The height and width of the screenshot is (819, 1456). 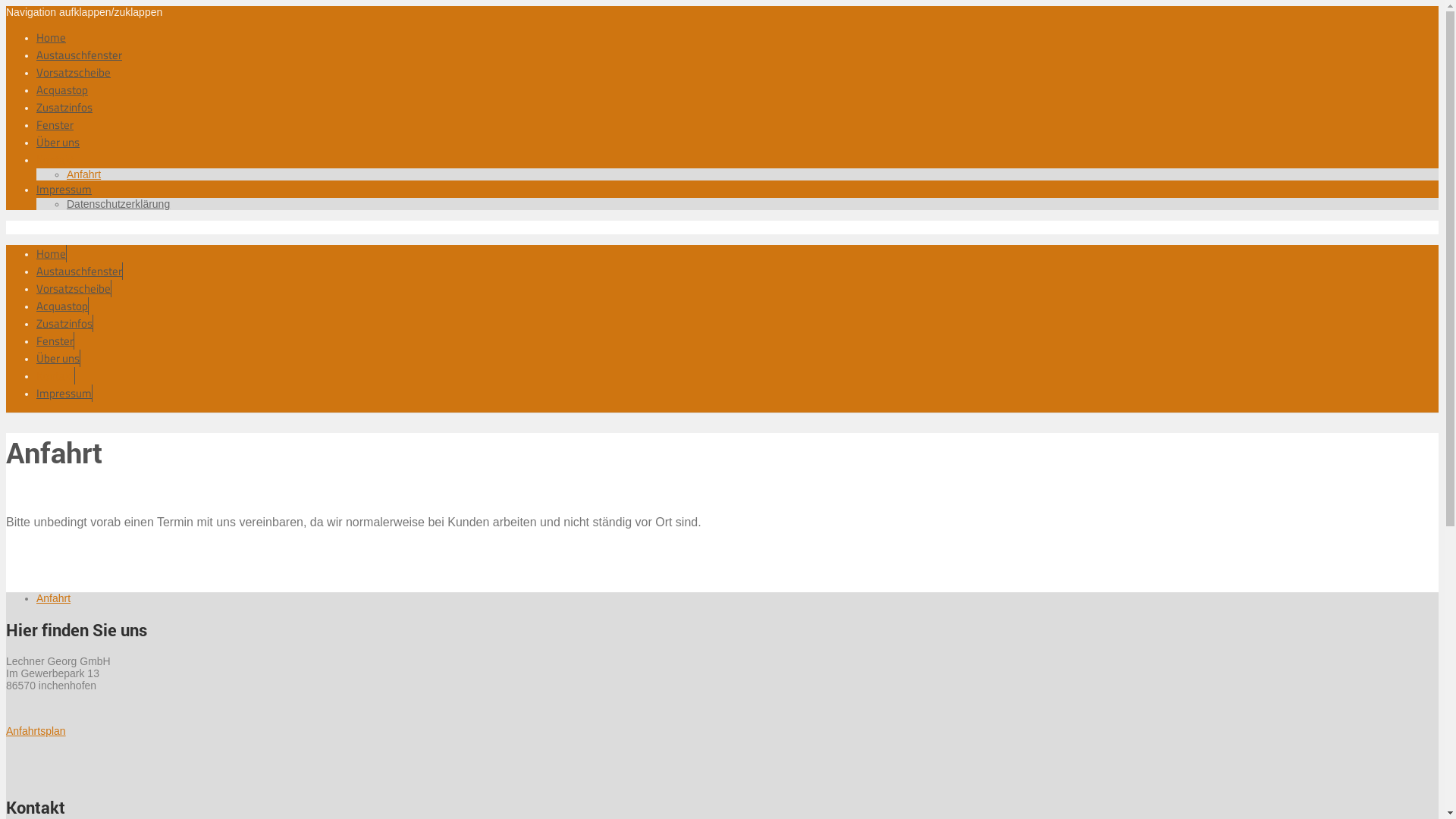 What do you see at coordinates (36, 392) in the screenshot?
I see `'Impressum'` at bounding box center [36, 392].